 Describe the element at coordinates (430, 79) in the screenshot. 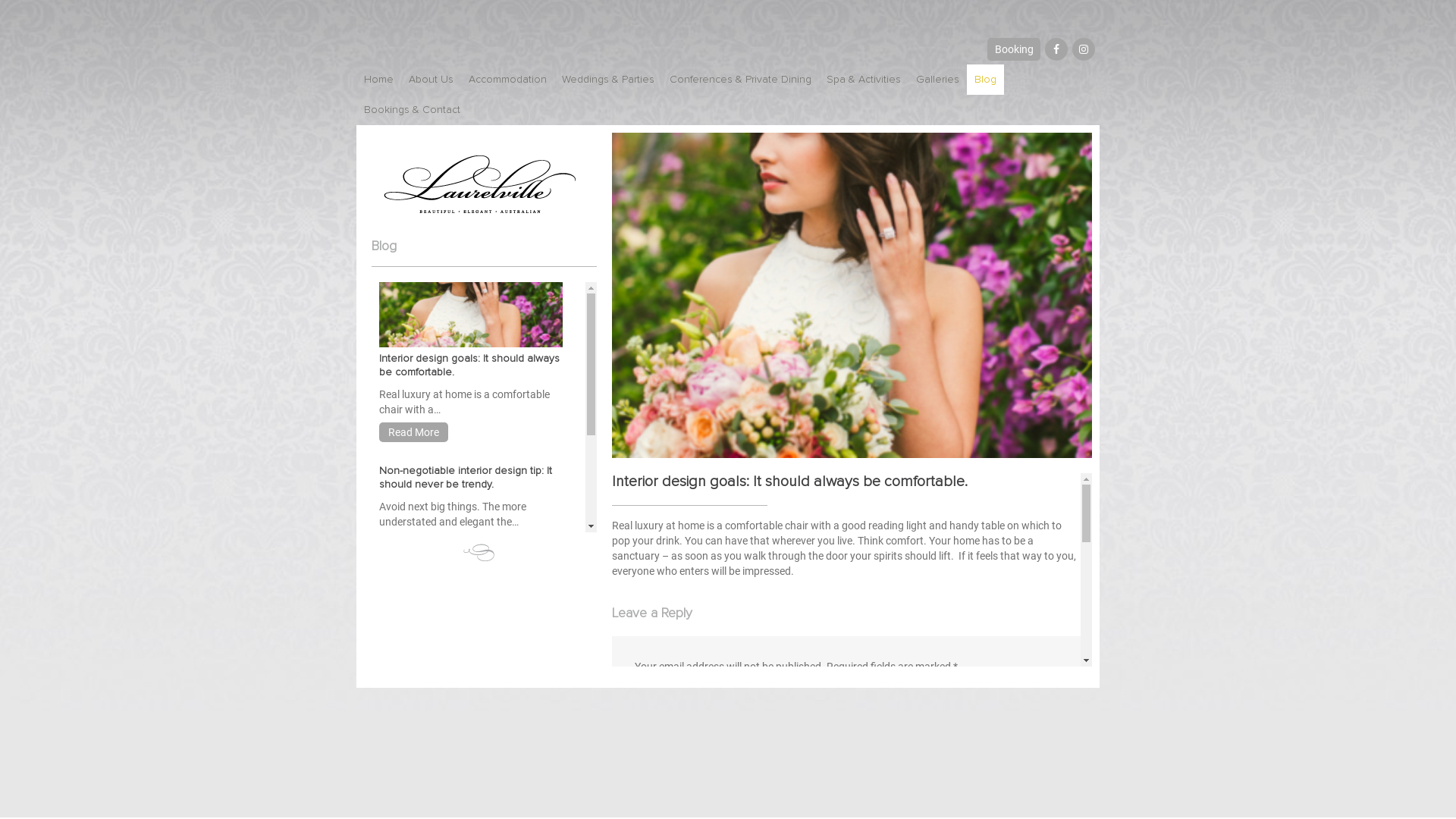

I see `'About Us'` at that location.